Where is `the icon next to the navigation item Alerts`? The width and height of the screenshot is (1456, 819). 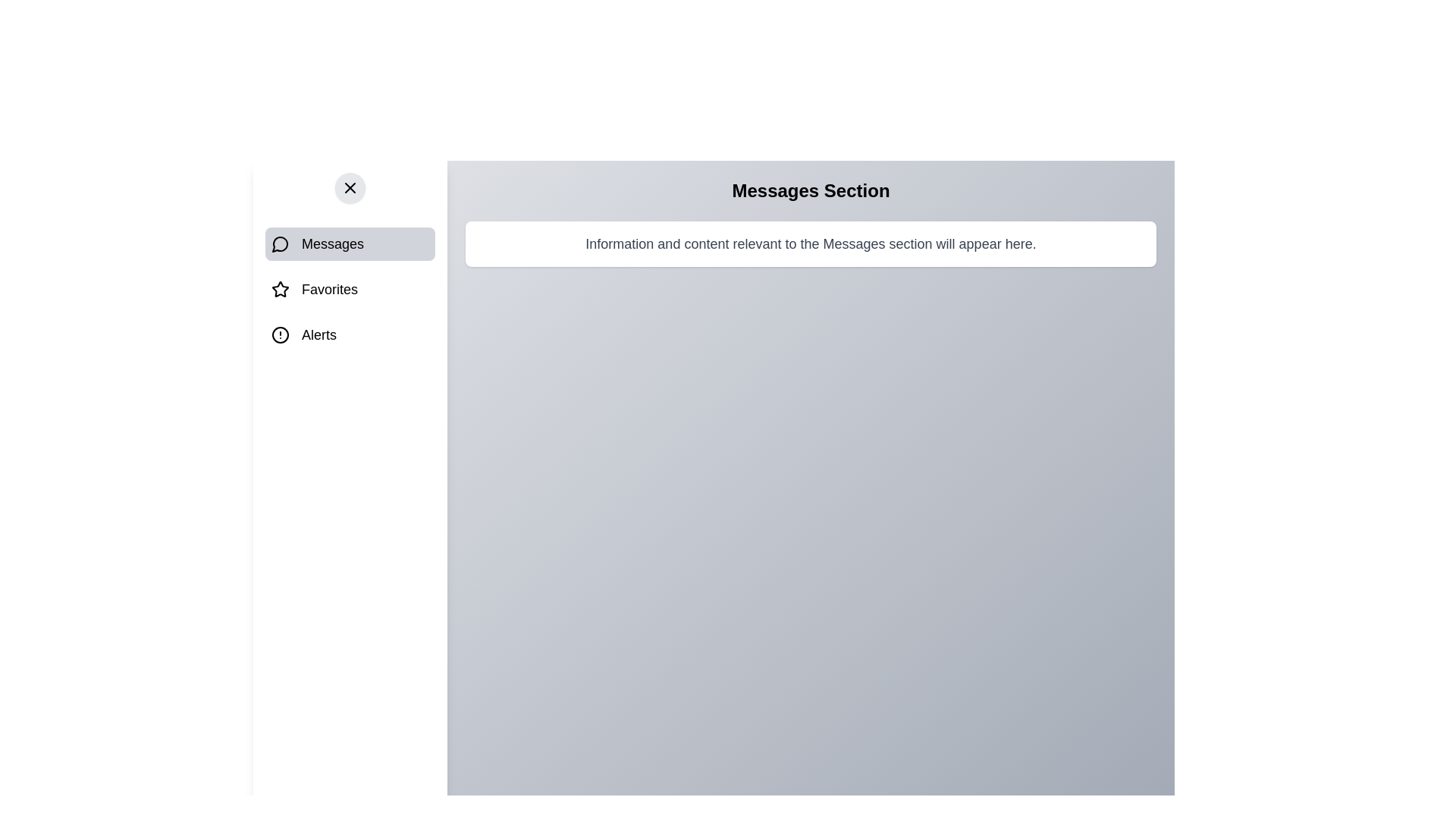 the icon next to the navigation item Alerts is located at coordinates (280, 334).